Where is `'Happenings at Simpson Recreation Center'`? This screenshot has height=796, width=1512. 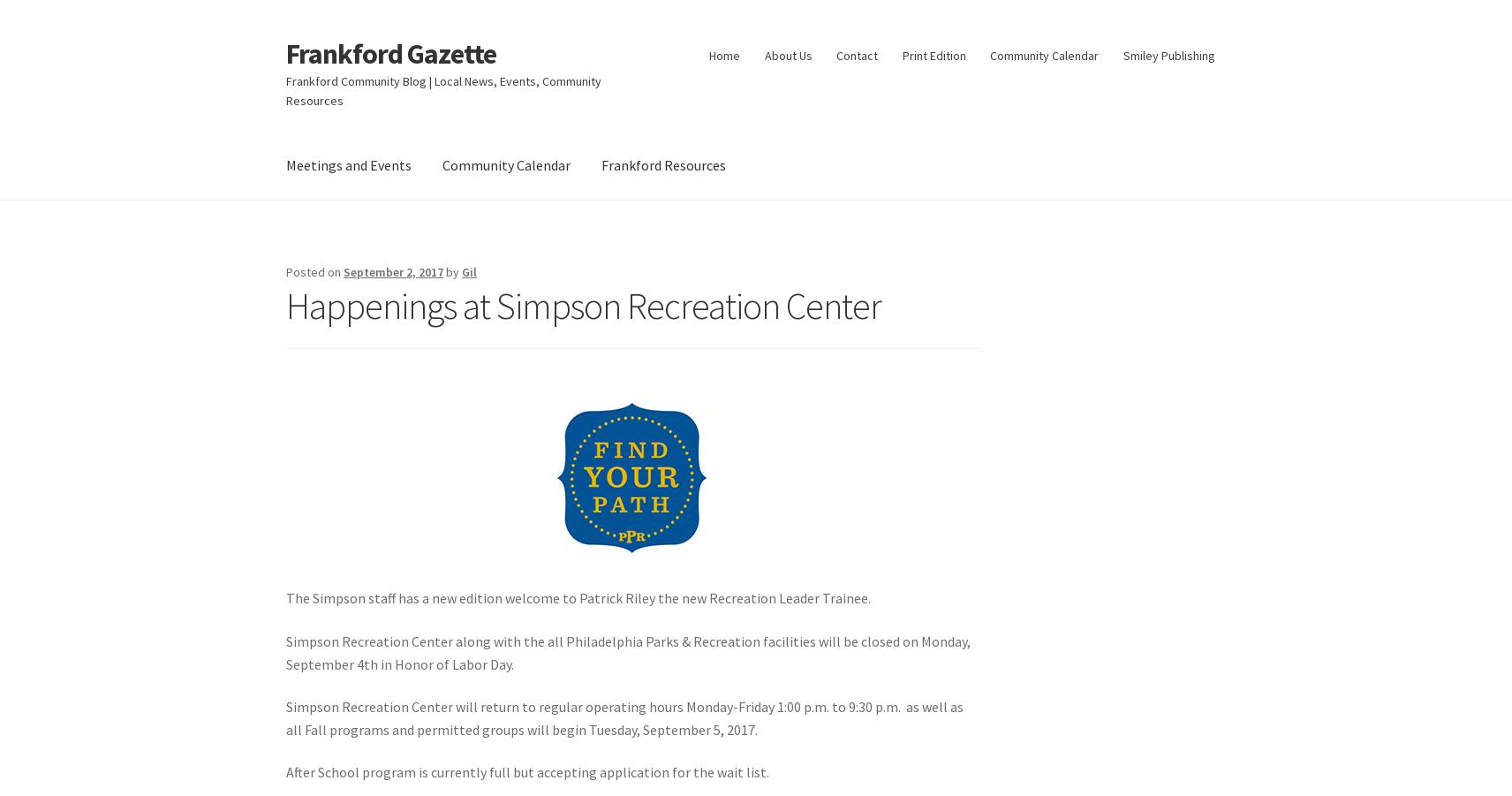 'Happenings at Simpson Recreation Center' is located at coordinates (286, 304).